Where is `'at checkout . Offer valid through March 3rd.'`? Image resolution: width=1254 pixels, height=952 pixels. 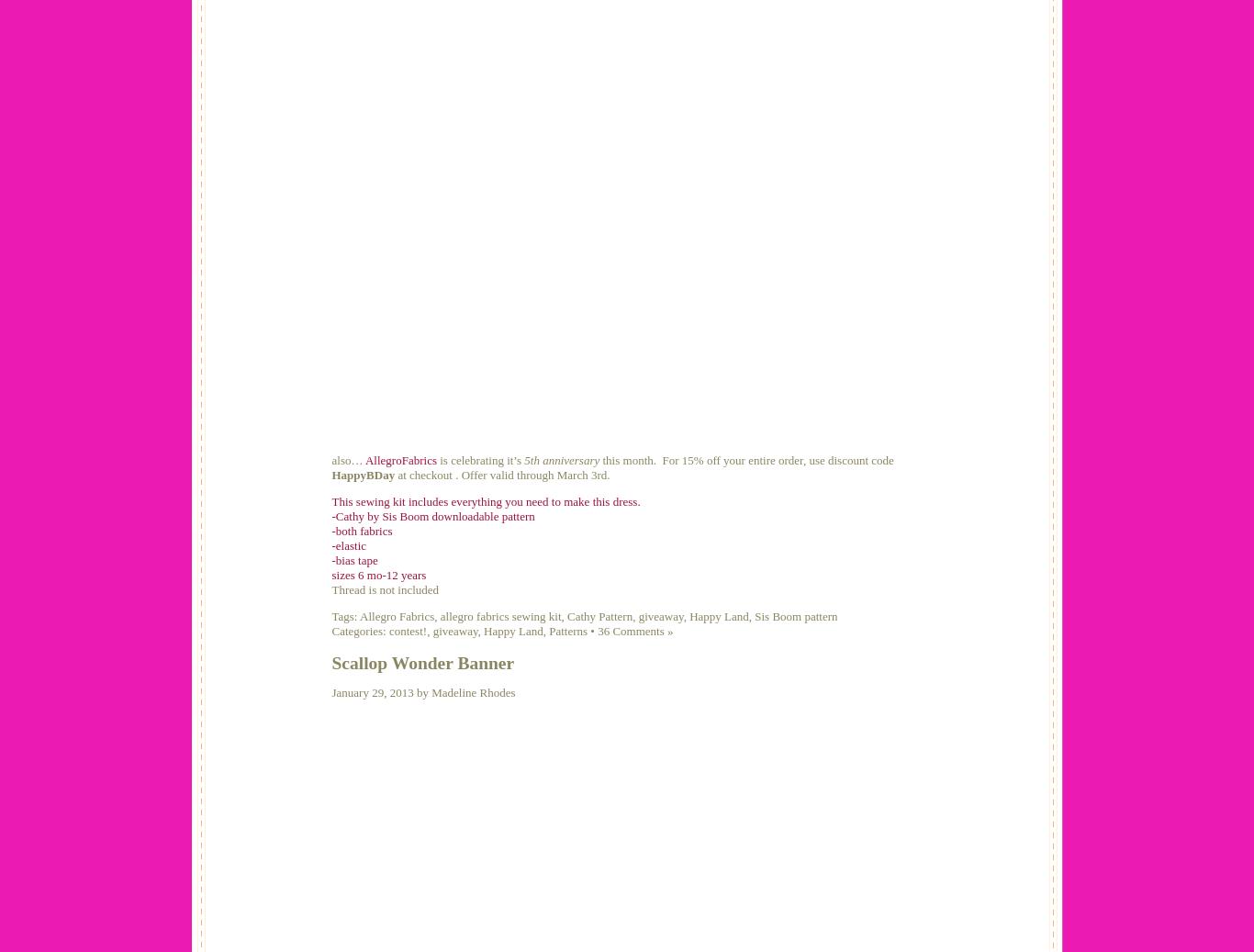
'at checkout . Offer valid through March 3rd.' is located at coordinates (501, 473).